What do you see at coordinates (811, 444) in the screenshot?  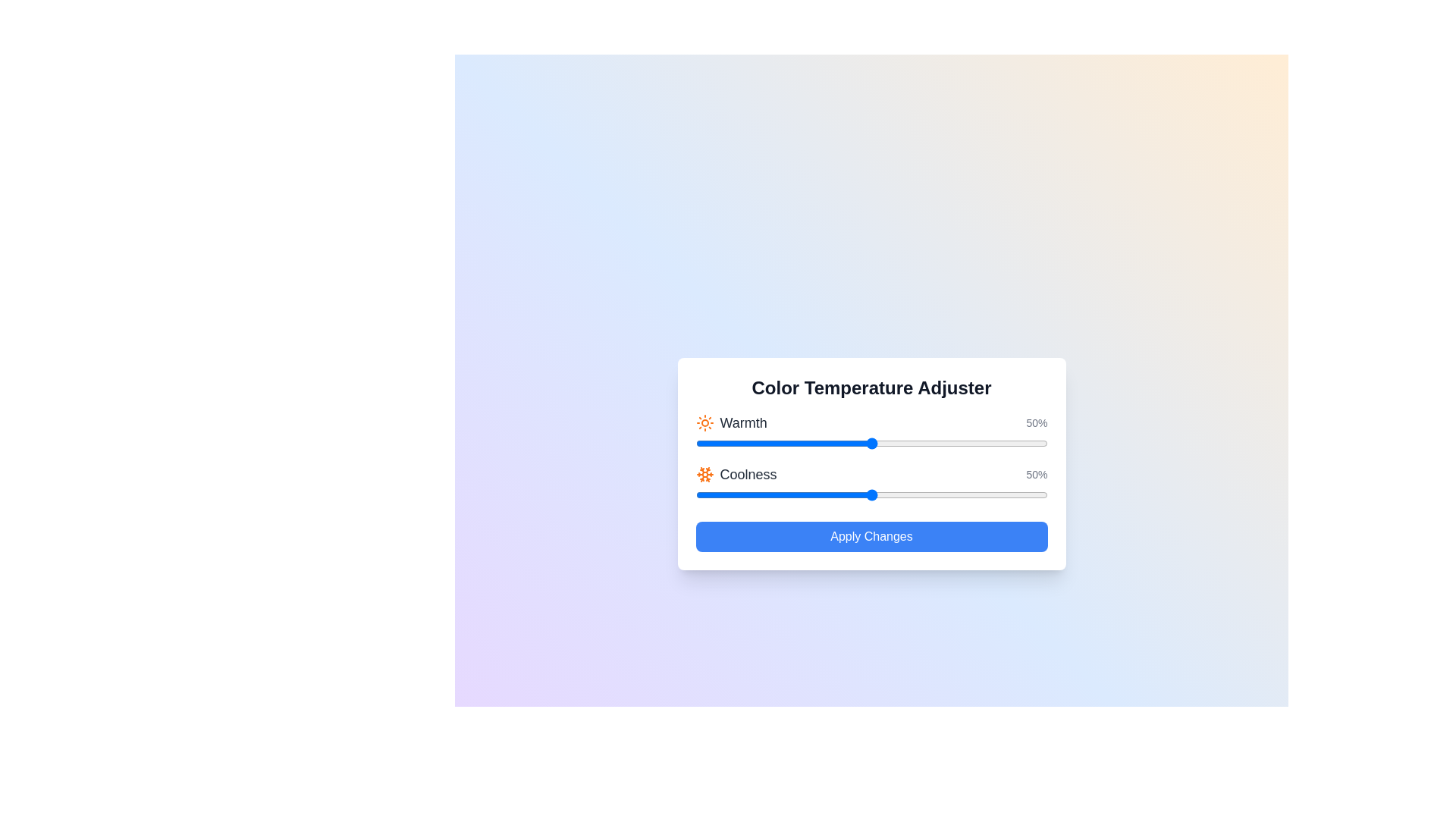 I see `the 'Warmth' slider to 33%` at bounding box center [811, 444].